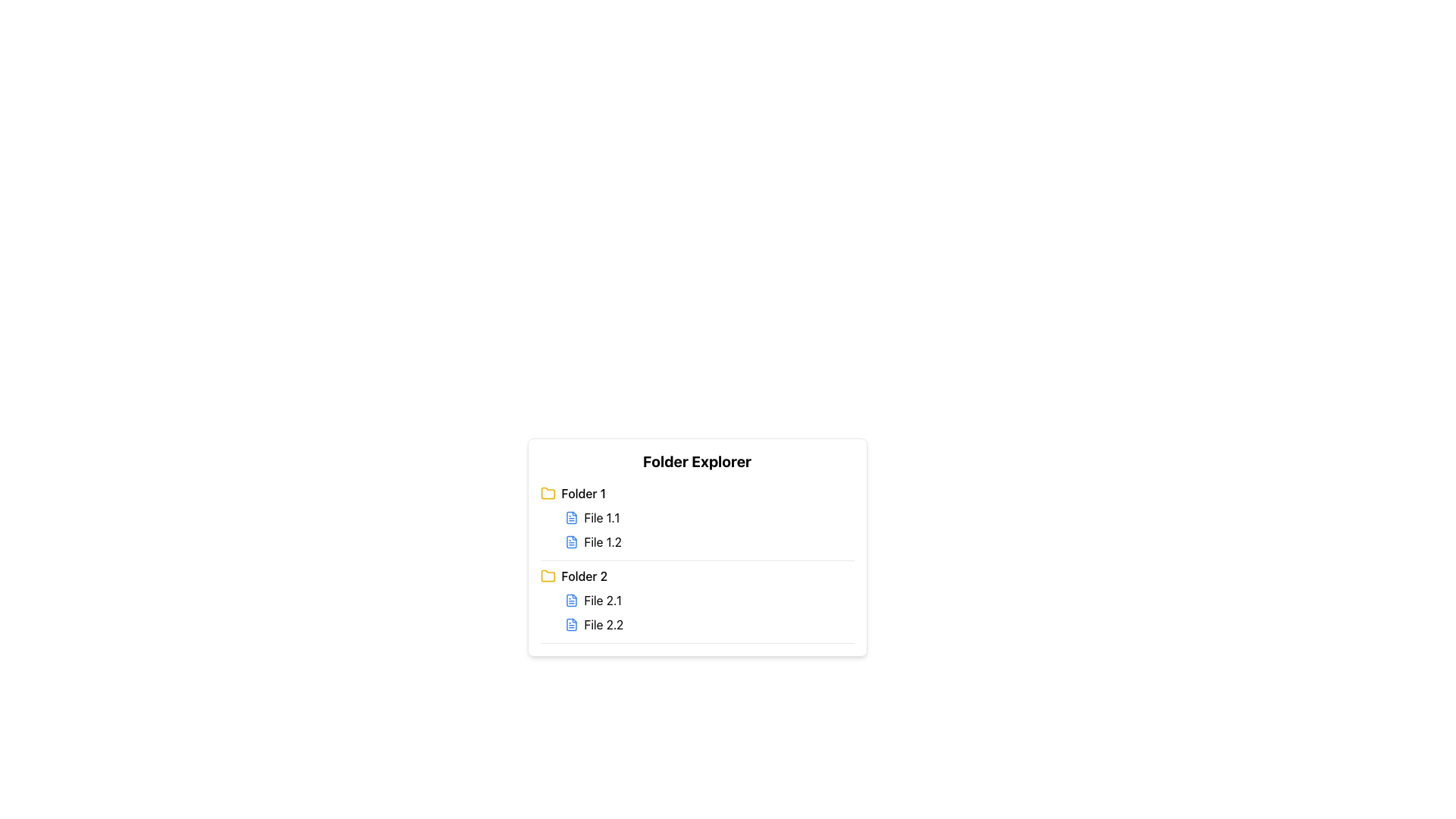 This screenshot has width=1456, height=819. Describe the element at coordinates (570, 541) in the screenshot. I see `the document-like icon with a white background and blue strokes, located directly to the left of the text label 'File 1.2', to initiate file-related actions` at that location.